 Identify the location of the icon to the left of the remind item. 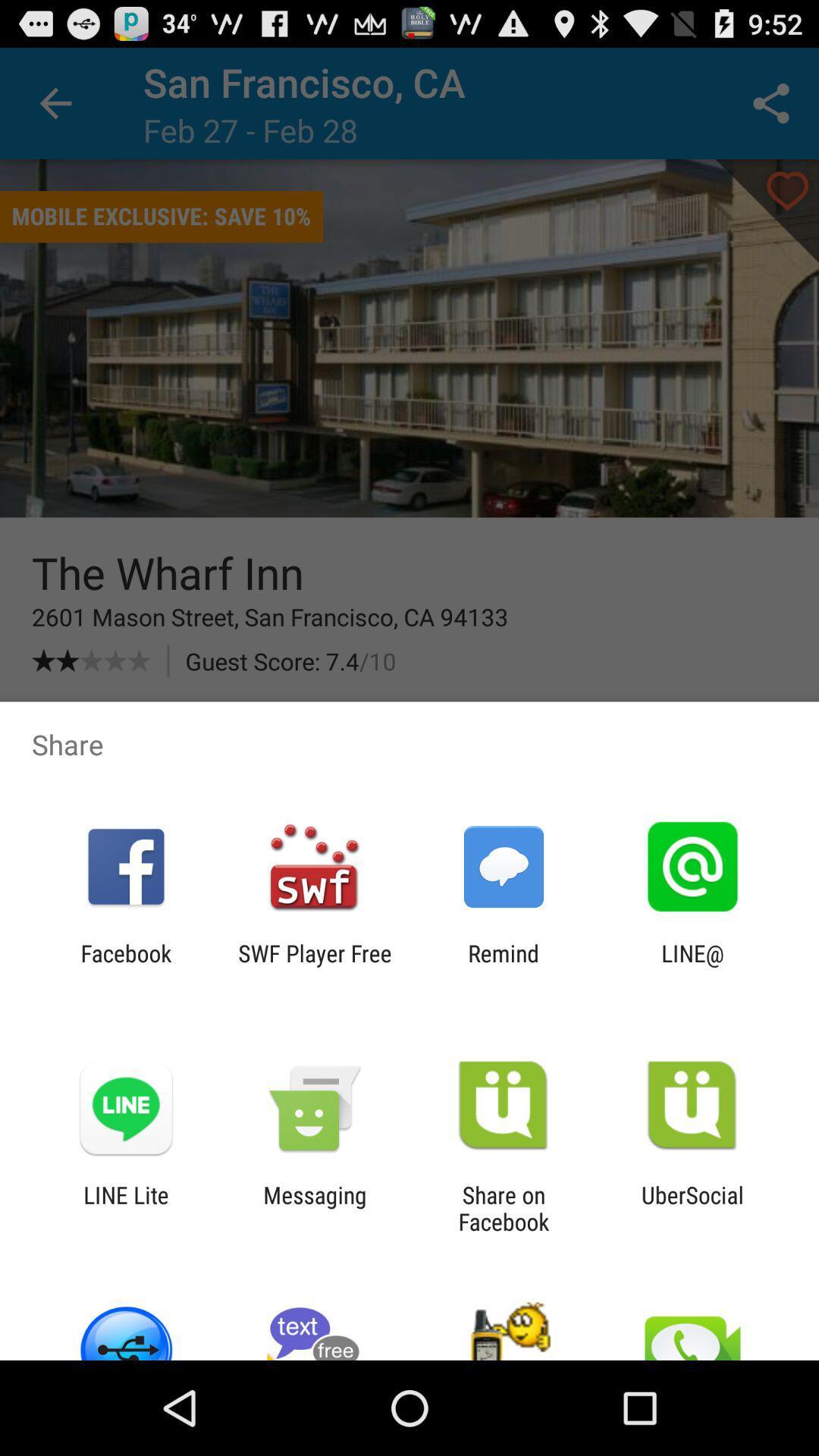
(314, 966).